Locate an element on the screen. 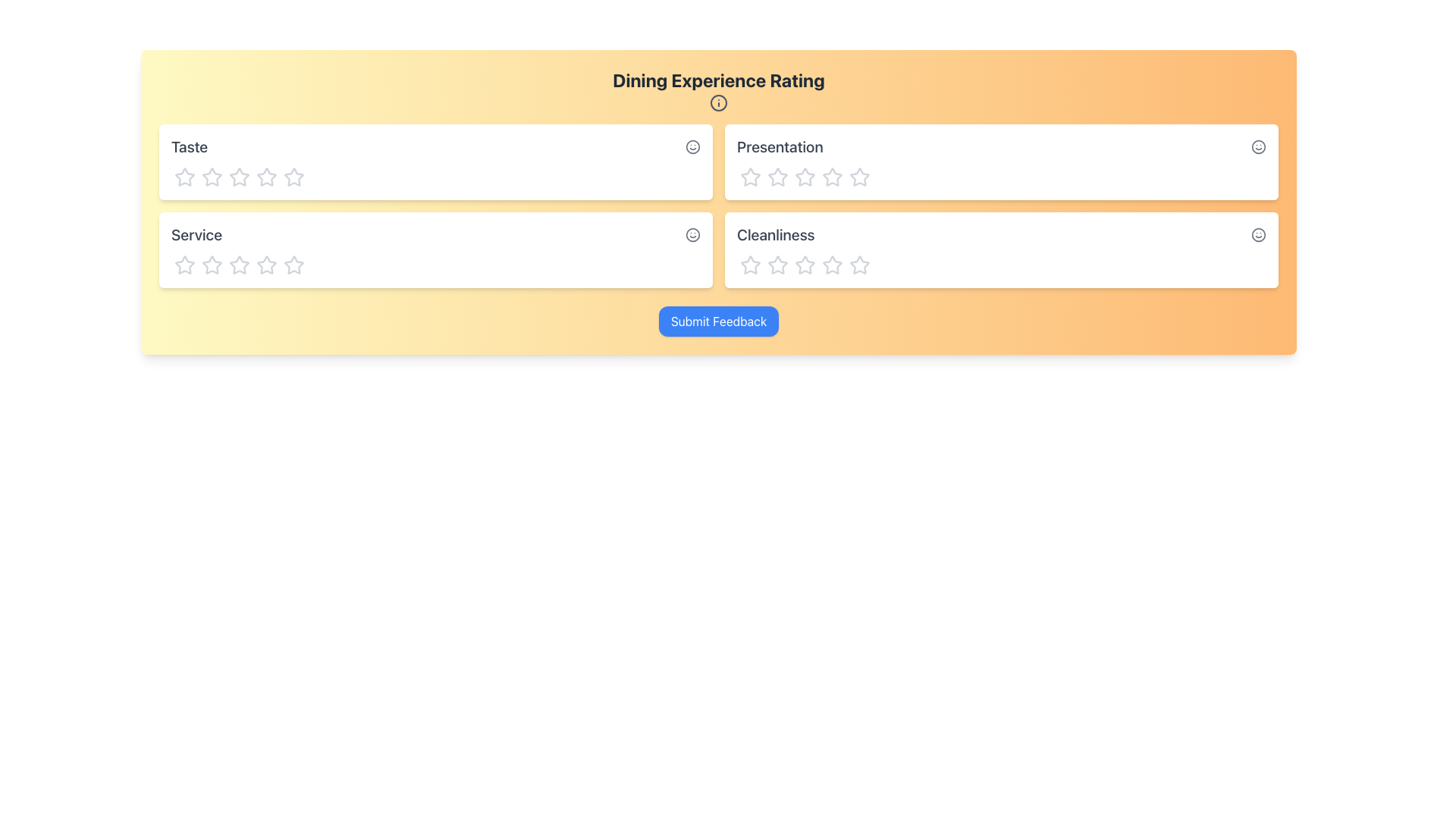 This screenshot has height=819, width=1456. the fourth star-shaped icon in the feedback section under the 'Service' category is located at coordinates (239, 263).